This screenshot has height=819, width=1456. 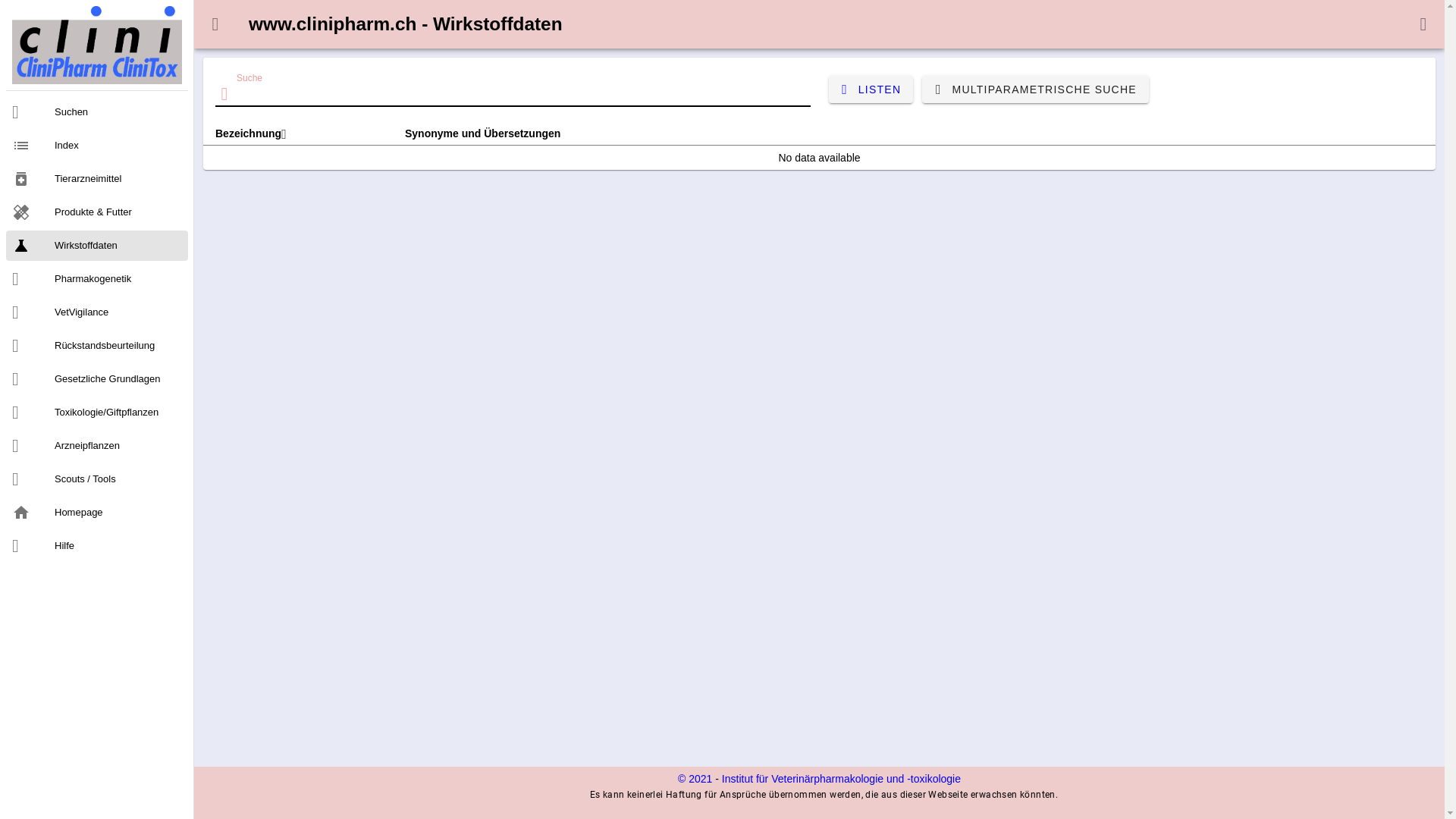 I want to click on 'Toxikologie/Giftpflanzen', so click(x=96, y=412).